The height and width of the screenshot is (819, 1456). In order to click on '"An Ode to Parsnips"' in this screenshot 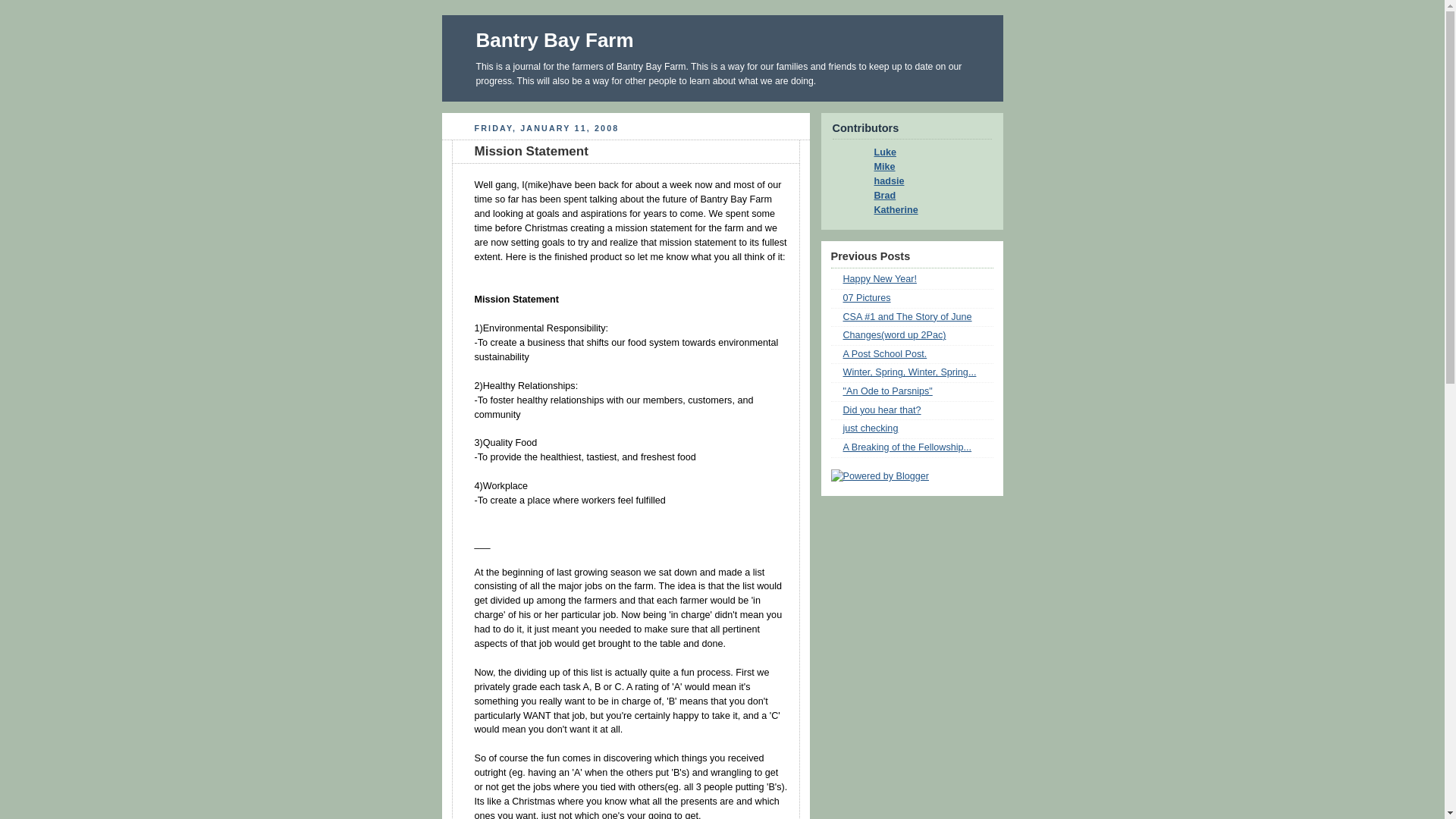, I will do `click(888, 391)`.